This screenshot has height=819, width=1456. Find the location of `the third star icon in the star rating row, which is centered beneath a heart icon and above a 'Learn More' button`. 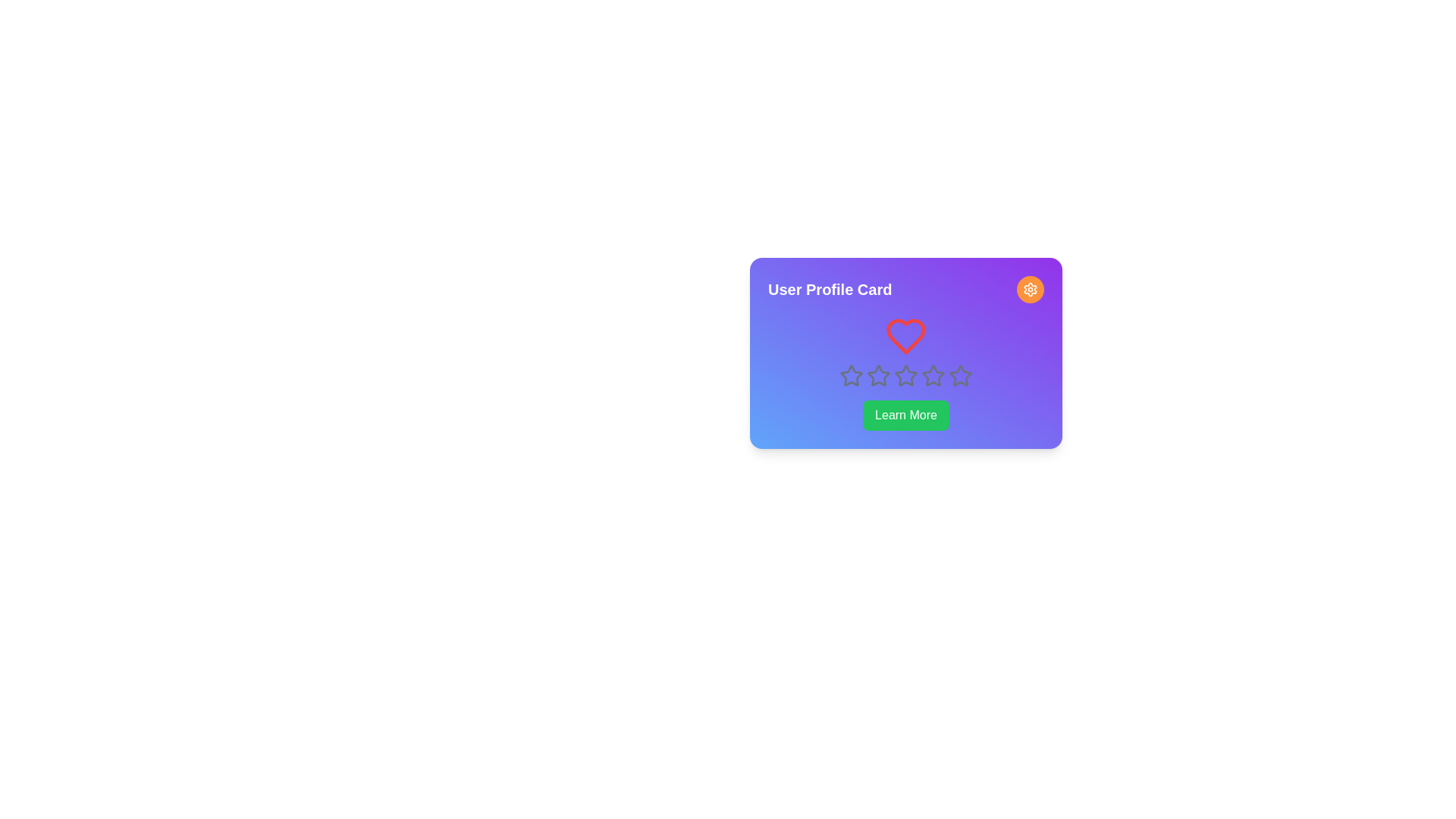

the third star icon in the star rating row, which is centered beneath a heart icon and above a 'Learn More' button is located at coordinates (906, 375).